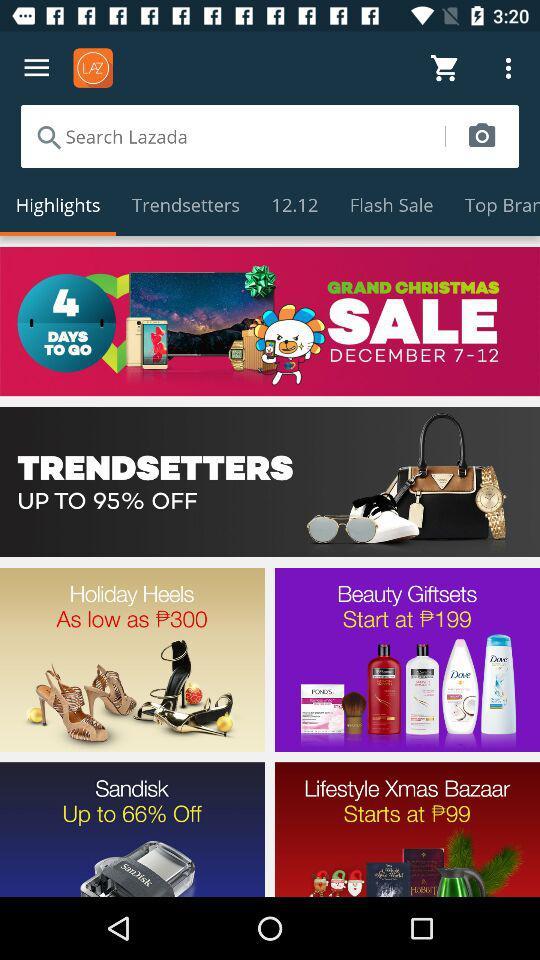  Describe the element at coordinates (231, 135) in the screenshot. I see `the item above the highlights item` at that location.